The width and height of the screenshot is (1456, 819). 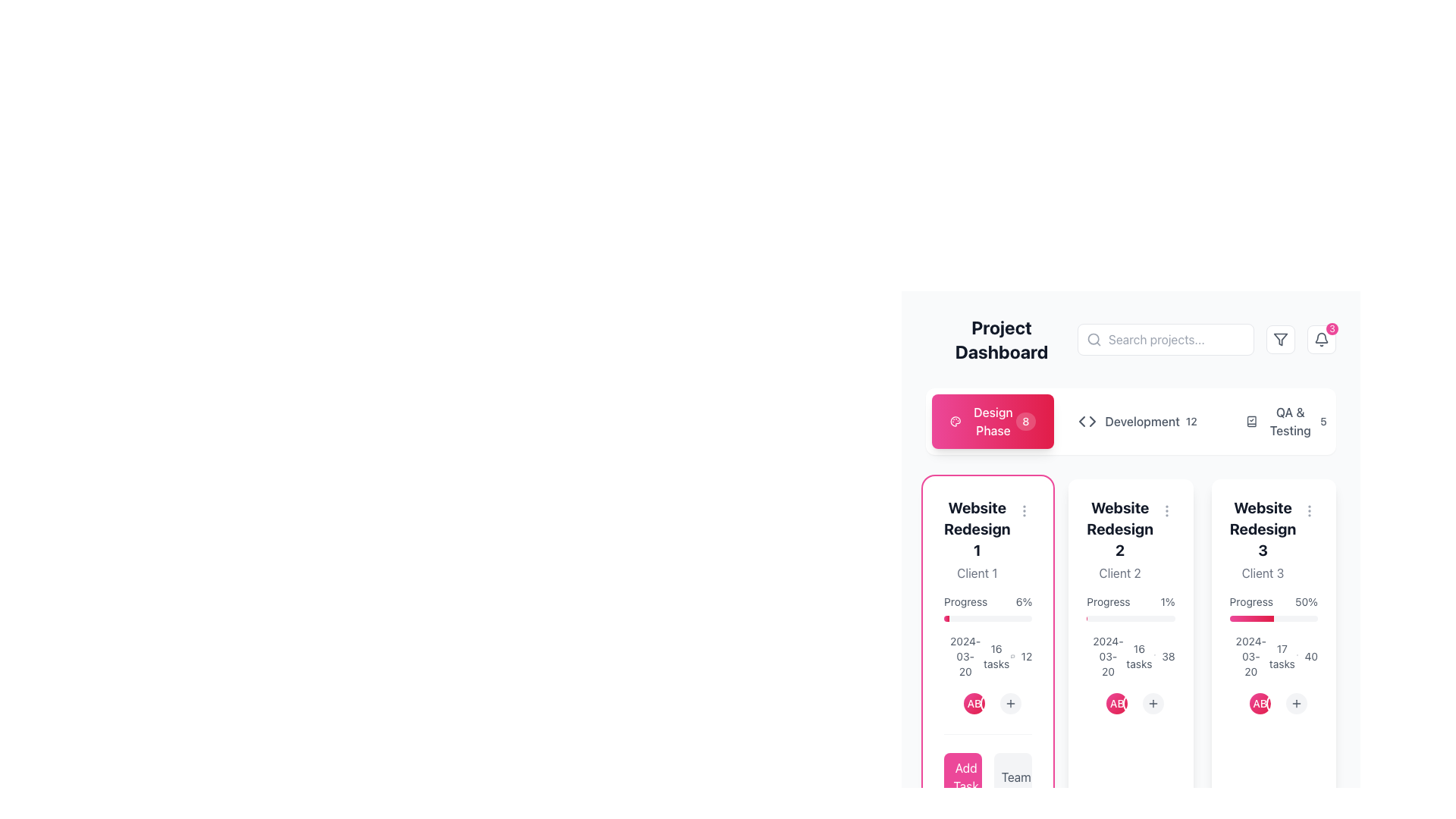 What do you see at coordinates (1251, 619) in the screenshot?
I see `the ProgressIndicator, which is a horizontal progress bar segment with a gradient from pink to rose, representing the completion level of the 'Website Redesign 3' card in the 'Project Dashboard'` at bounding box center [1251, 619].